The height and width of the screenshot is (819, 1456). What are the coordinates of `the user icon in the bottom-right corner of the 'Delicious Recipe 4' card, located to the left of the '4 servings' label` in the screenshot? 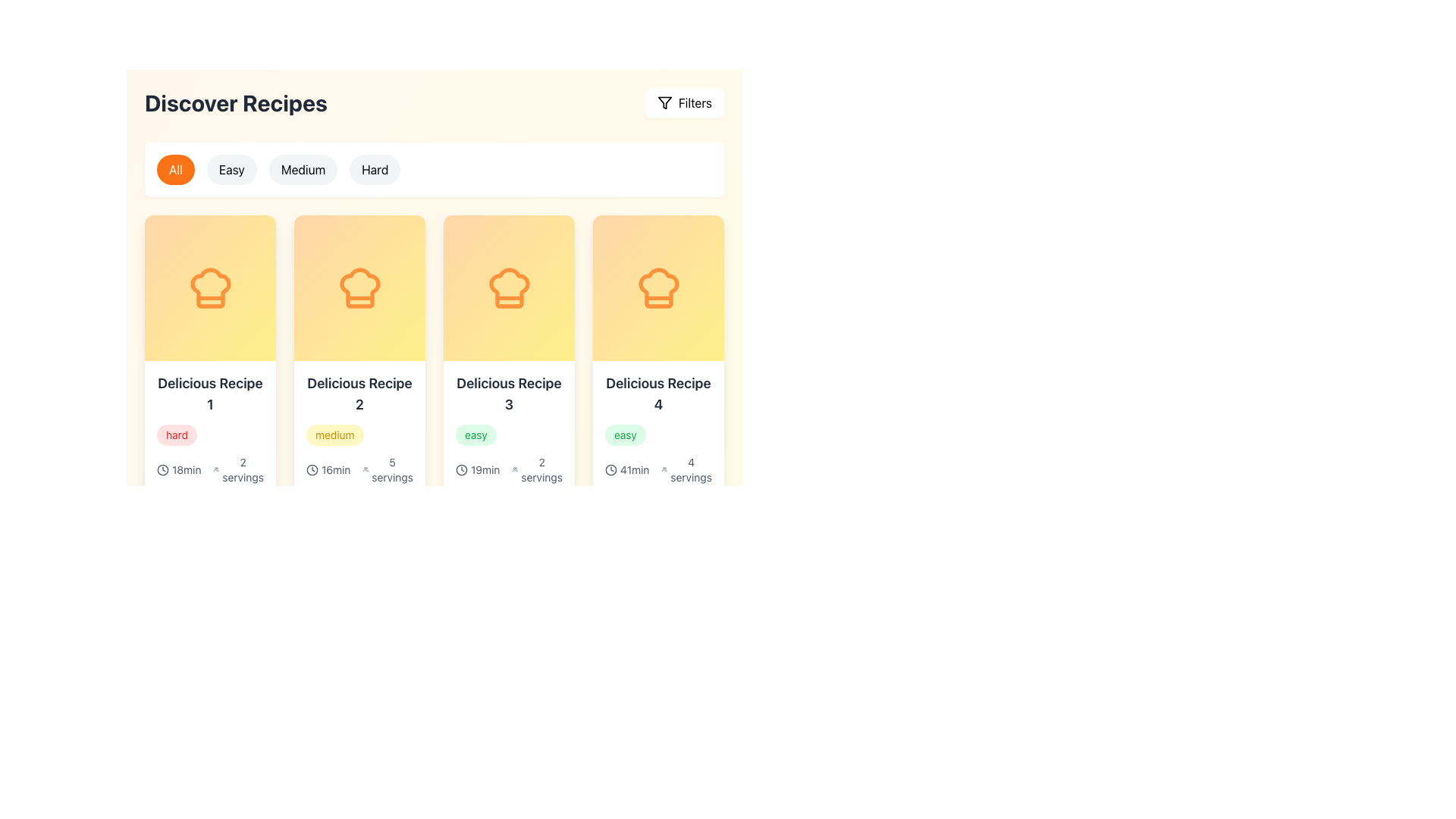 It's located at (515, 806).